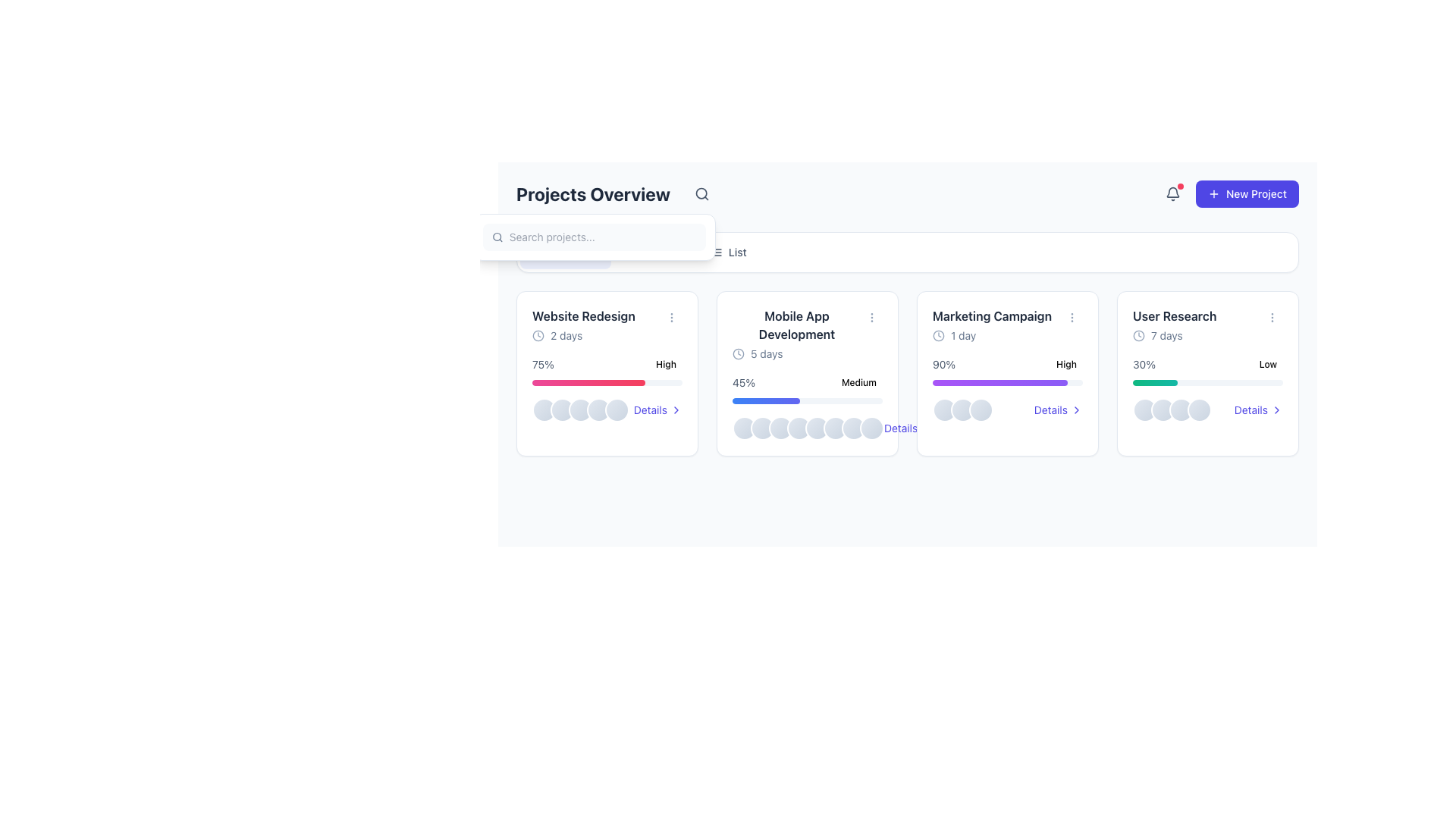 Image resolution: width=1456 pixels, height=819 pixels. What do you see at coordinates (1008, 382) in the screenshot?
I see `the horizontal progress bar with a gradient from purple to violet, which is located in the lower section of the 'Marketing Campaign' card, just below the '90%' text on the left and 'High' text on the right` at bounding box center [1008, 382].